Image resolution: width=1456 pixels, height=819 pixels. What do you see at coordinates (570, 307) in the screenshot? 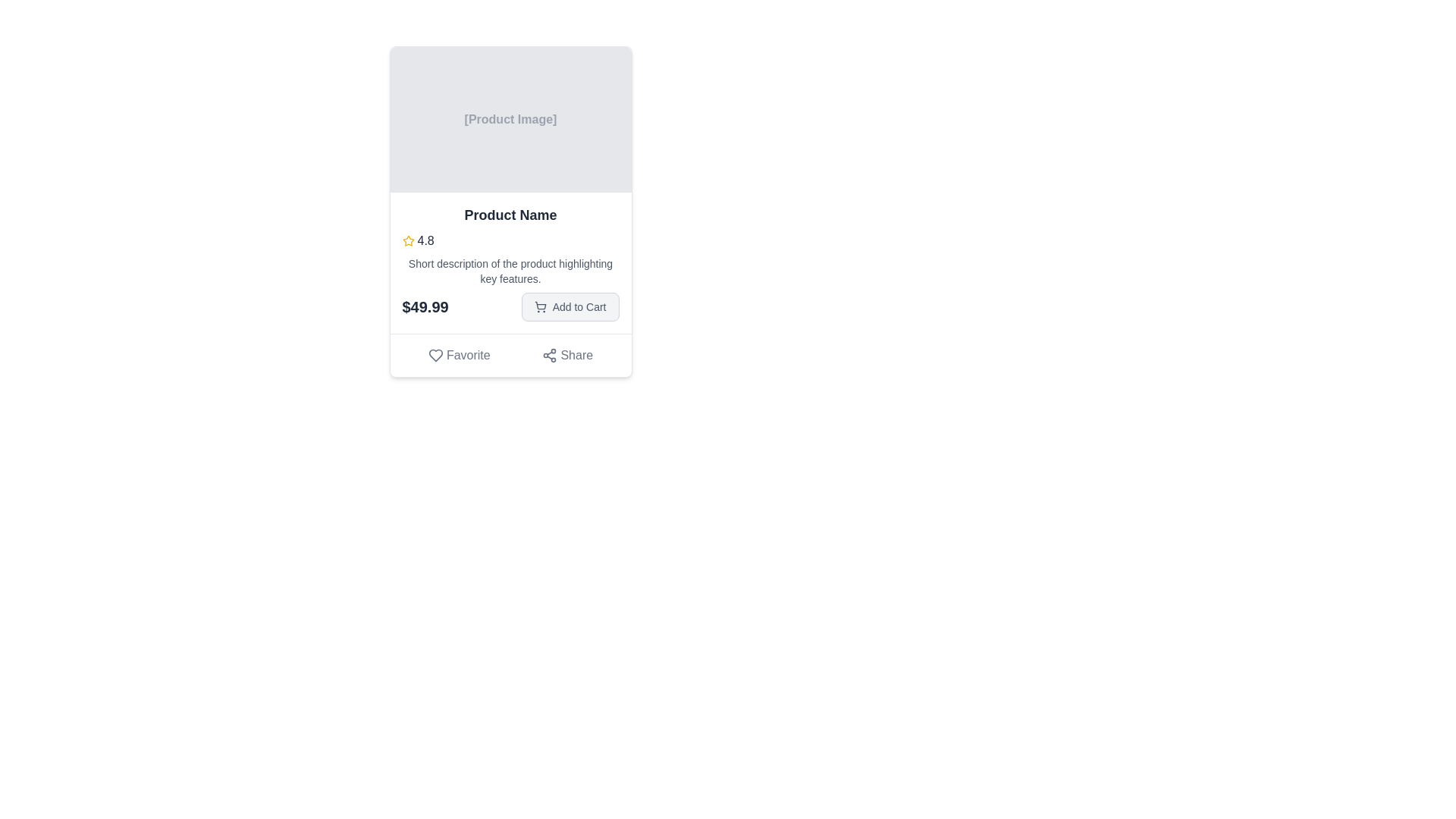
I see `the 'Add to Cart' button, which has a light gray background, rounded corners, and contains a shopping cart icon` at bounding box center [570, 307].